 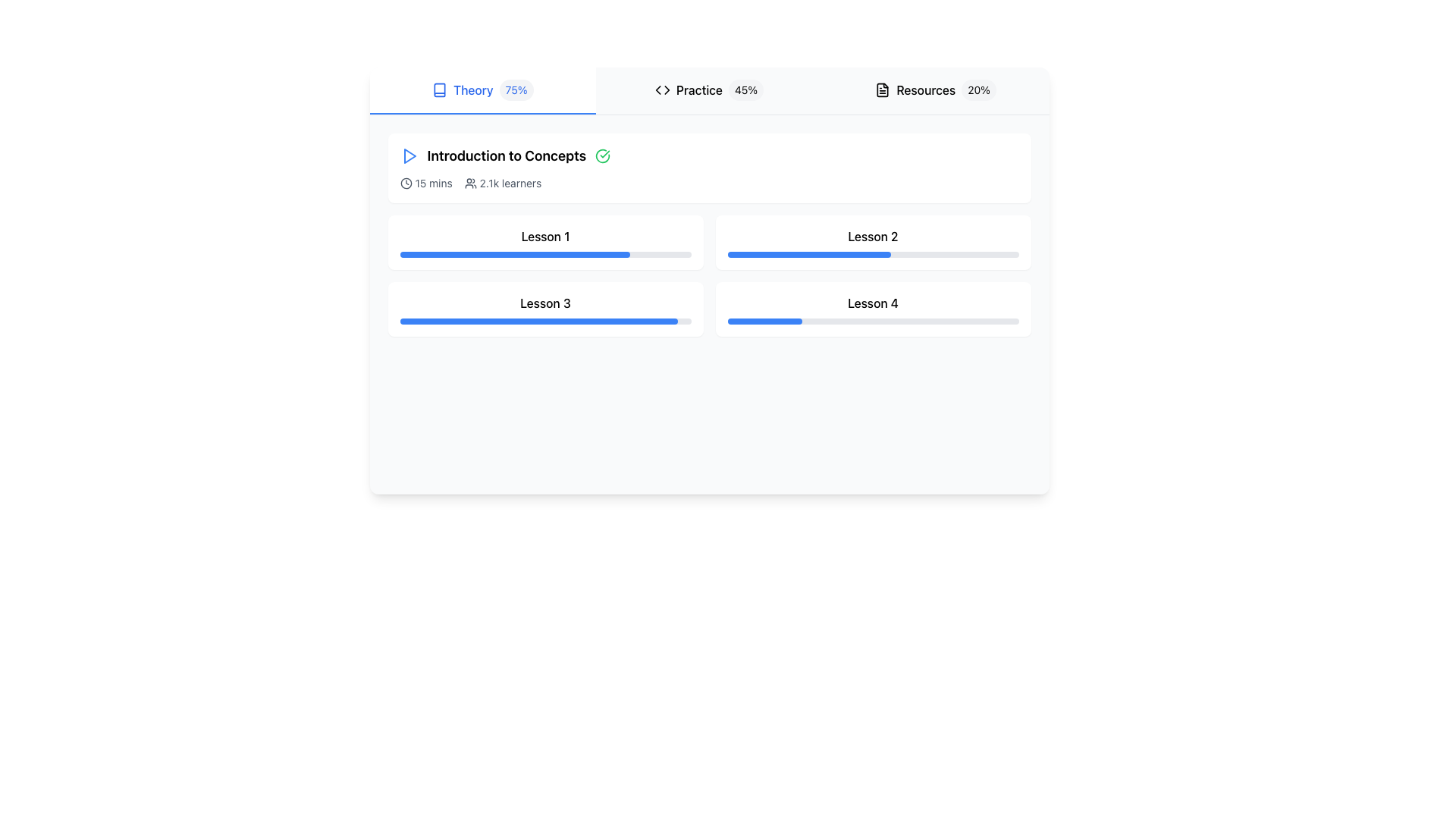 I want to click on the text label that displays 'Lesson 4', which is styled with medium weight font and located in the bottom-right corner of a grid of lessons, so click(x=873, y=303).